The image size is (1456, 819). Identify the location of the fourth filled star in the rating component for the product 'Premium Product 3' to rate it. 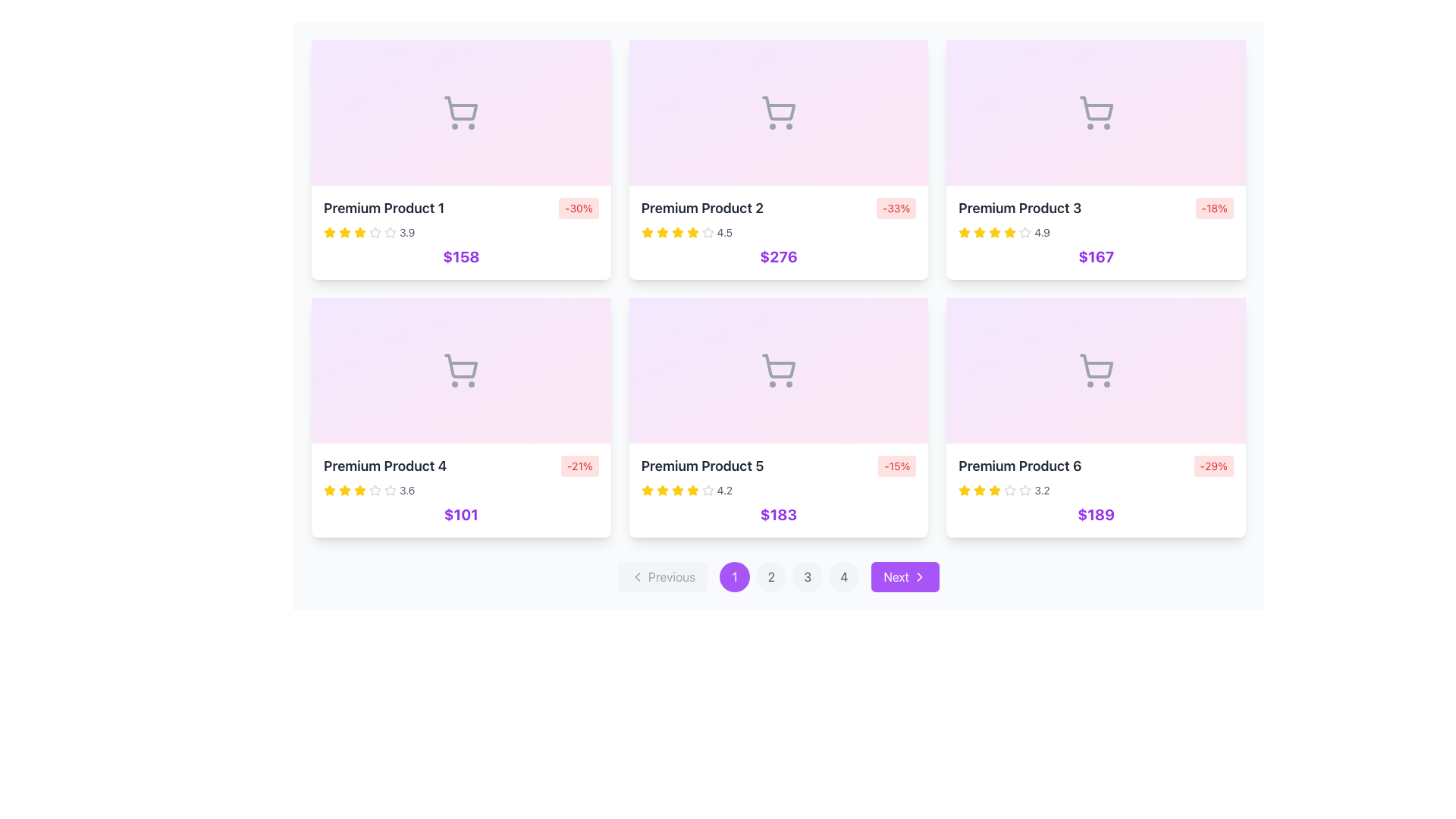
(1025, 232).